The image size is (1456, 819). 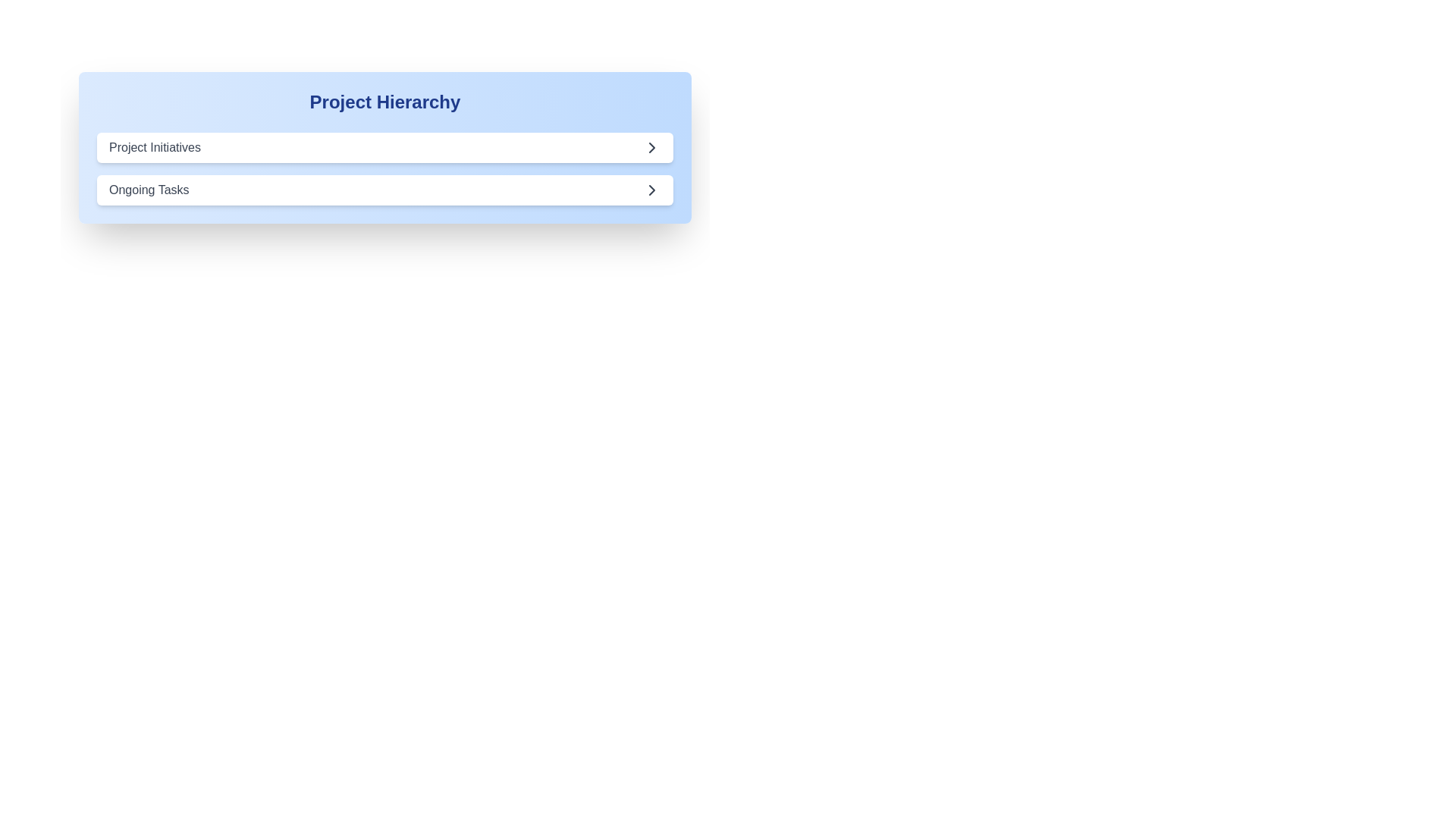 What do you see at coordinates (651, 148) in the screenshot?
I see `the icon located at the right end of the top list item under the 'Project Hierarchy' heading` at bounding box center [651, 148].